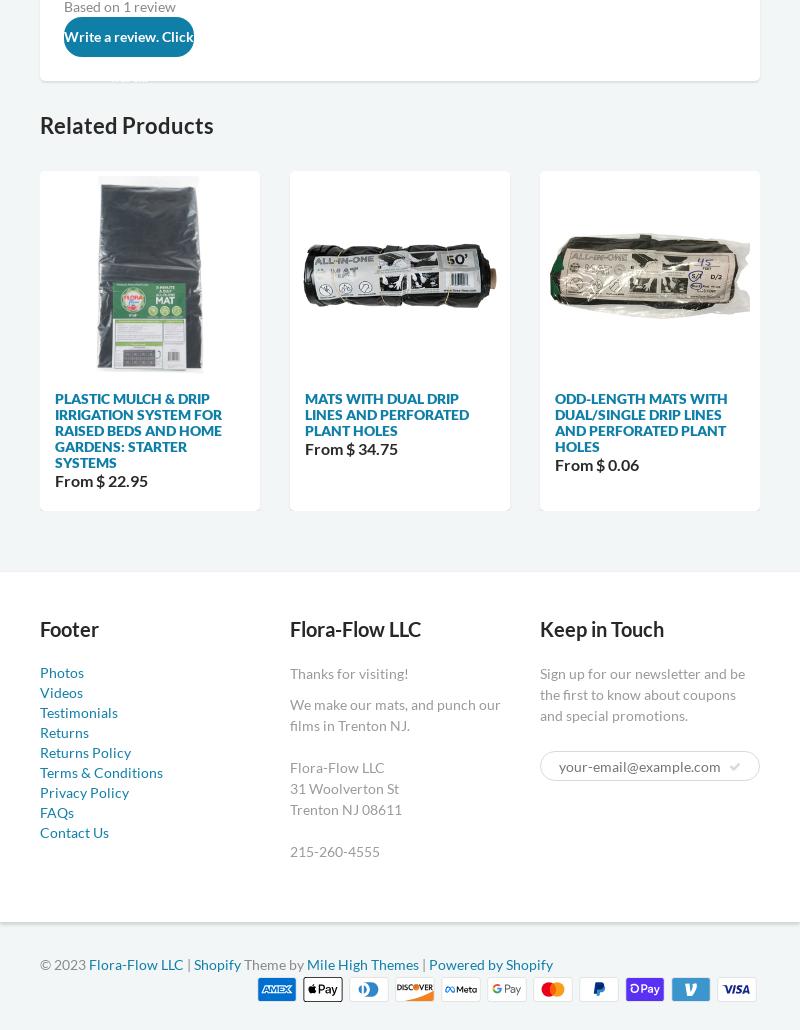 Image resolution: width=800 pixels, height=1030 pixels. What do you see at coordinates (344, 787) in the screenshot?
I see `'31 Woolverton St'` at bounding box center [344, 787].